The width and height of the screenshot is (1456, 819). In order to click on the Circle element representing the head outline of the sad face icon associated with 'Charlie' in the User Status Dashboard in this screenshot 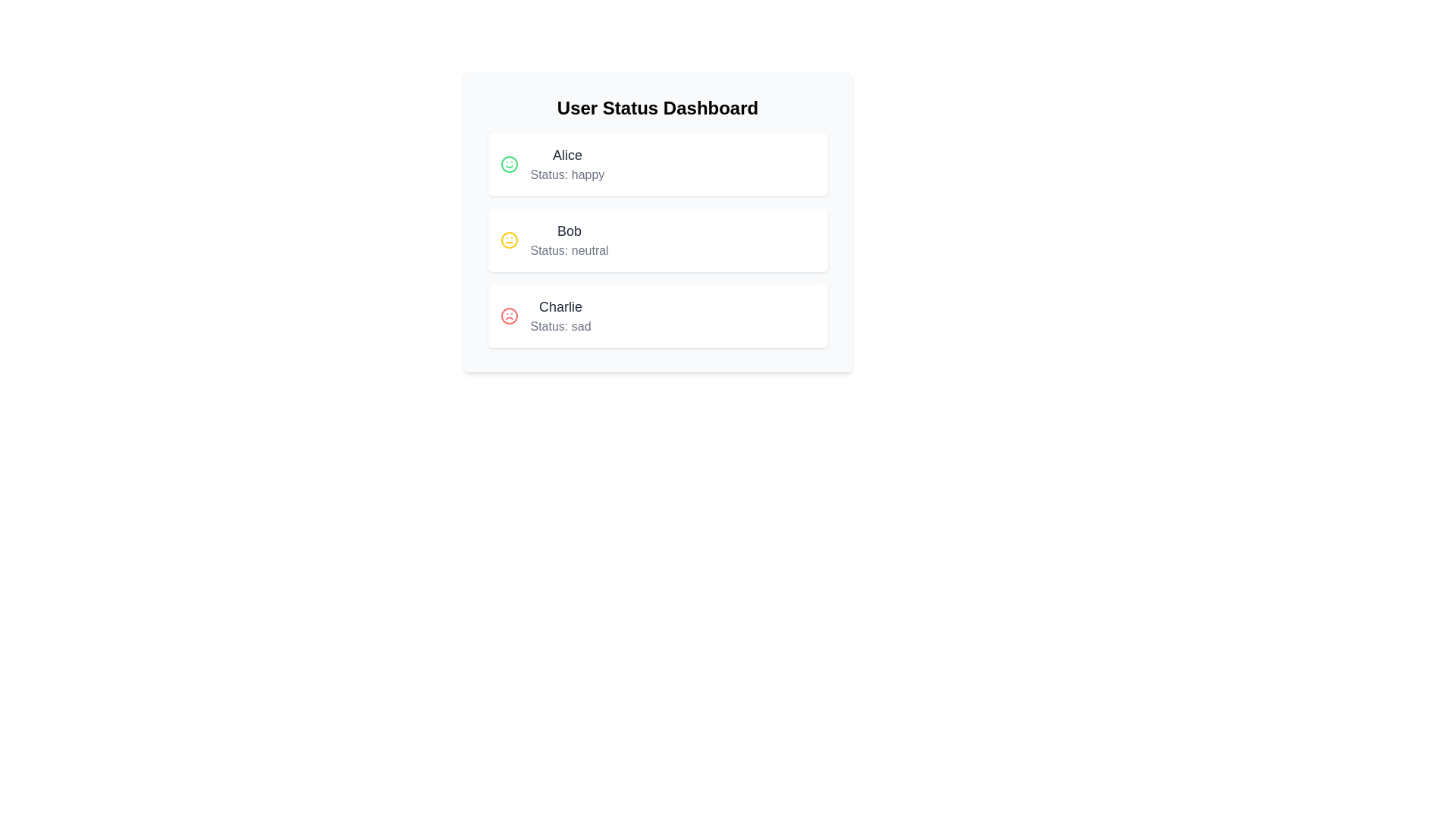, I will do `click(509, 315)`.